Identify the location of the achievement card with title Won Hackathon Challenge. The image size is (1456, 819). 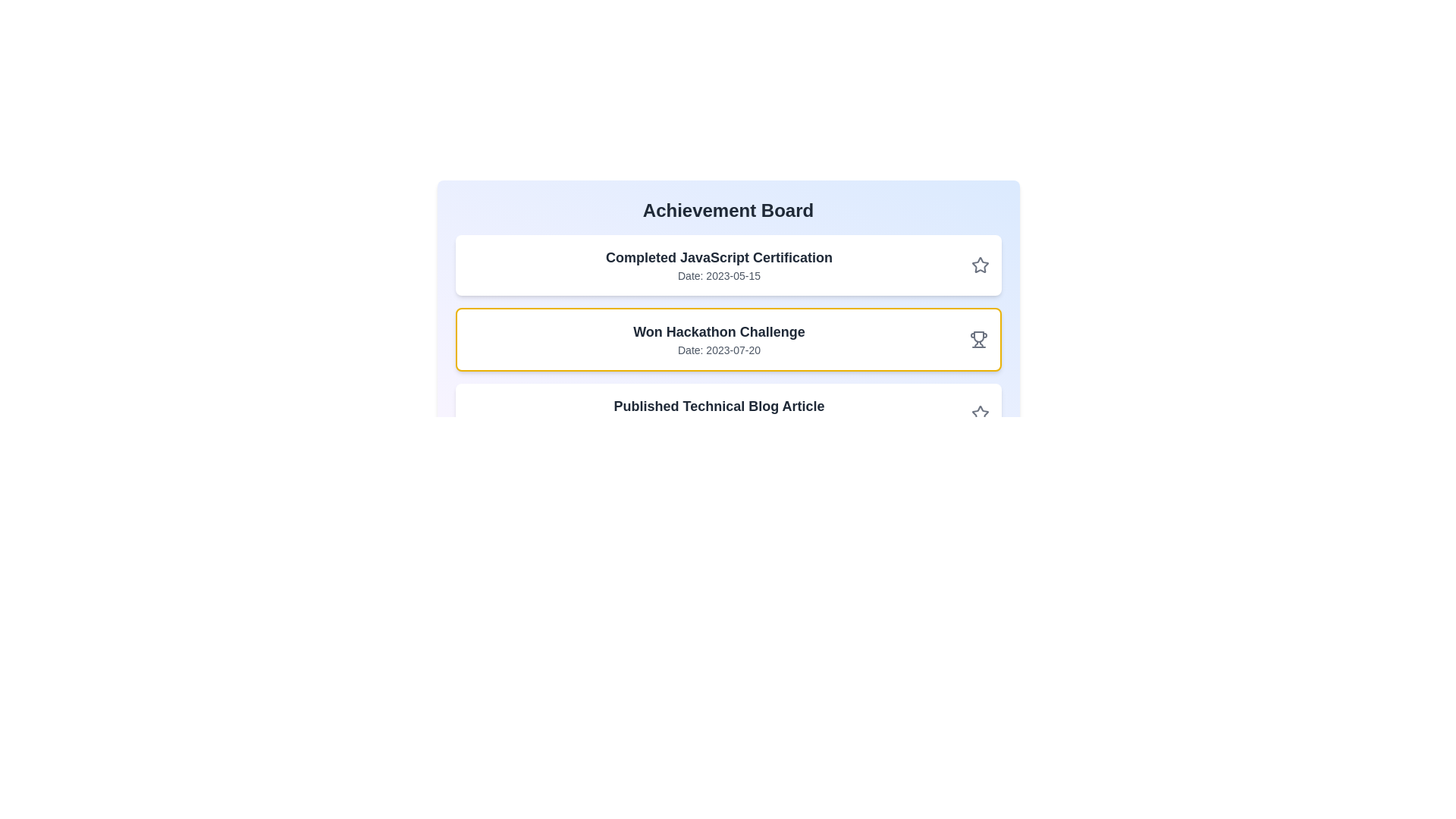
(728, 338).